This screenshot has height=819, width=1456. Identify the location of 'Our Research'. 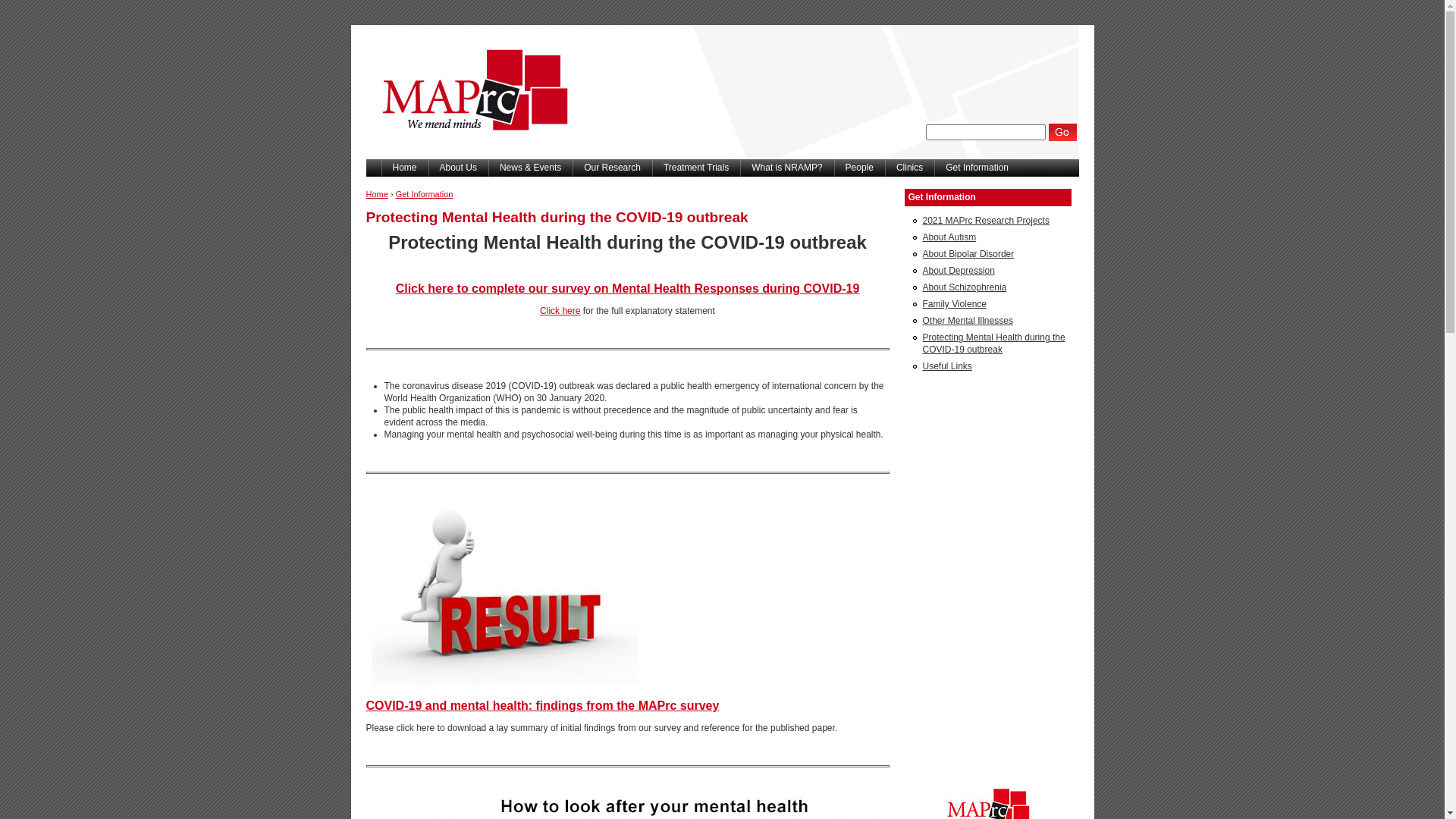
(612, 168).